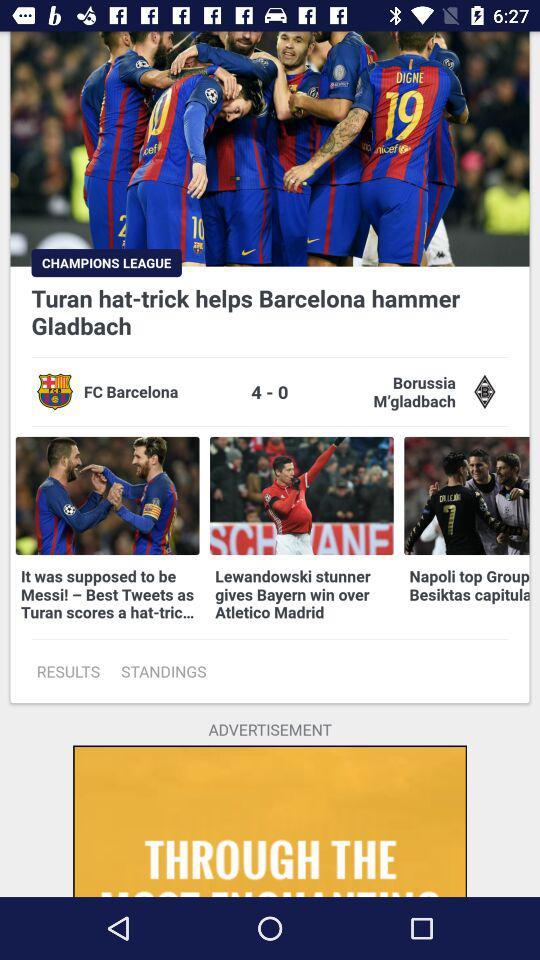 The width and height of the screenshot is (540, 960). I want to click on the icon below the advertisement, so click(270, 821).